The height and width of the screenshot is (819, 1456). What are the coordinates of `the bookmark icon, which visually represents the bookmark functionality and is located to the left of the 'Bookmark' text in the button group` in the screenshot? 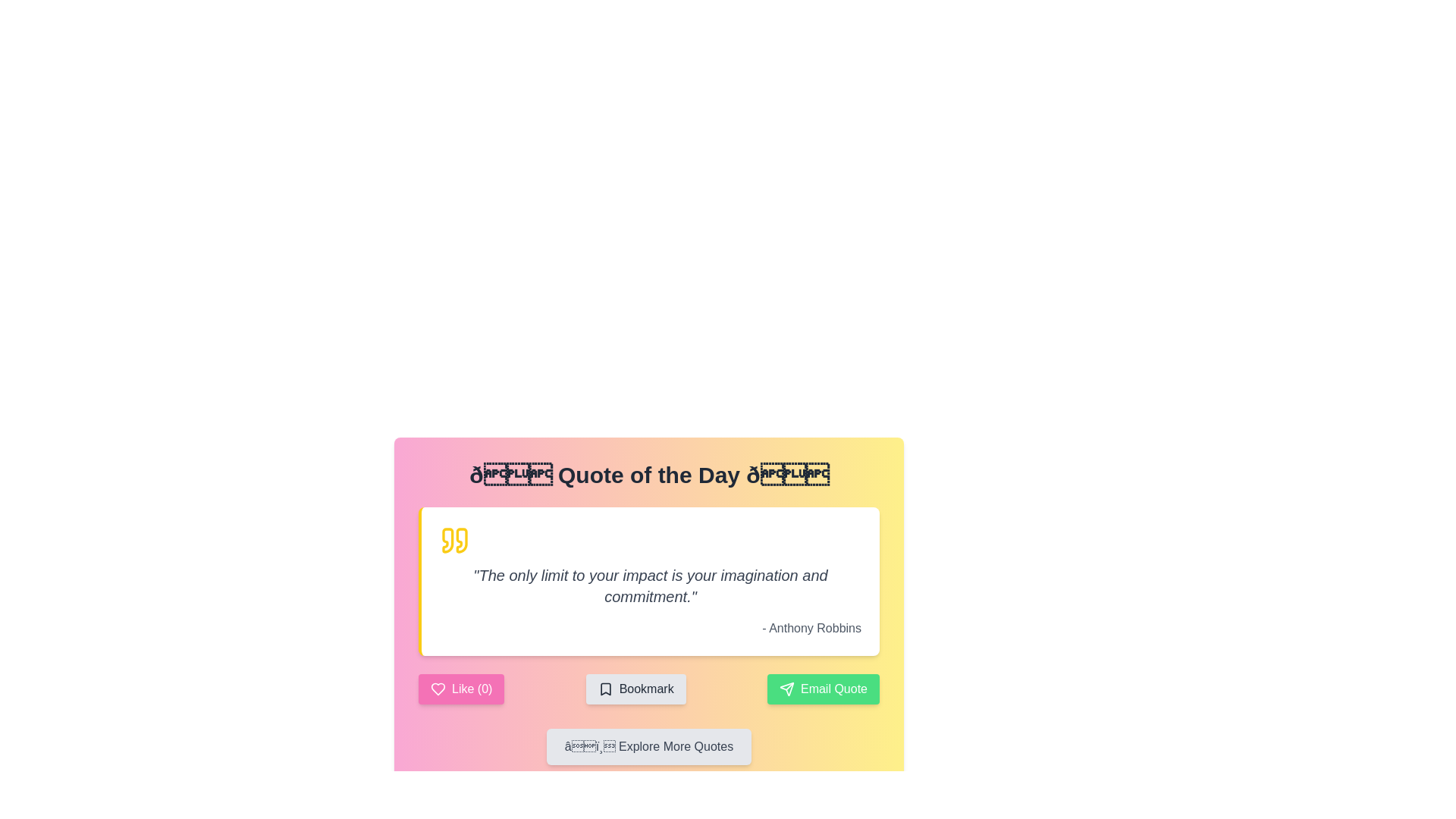 It's located at (604, 689).